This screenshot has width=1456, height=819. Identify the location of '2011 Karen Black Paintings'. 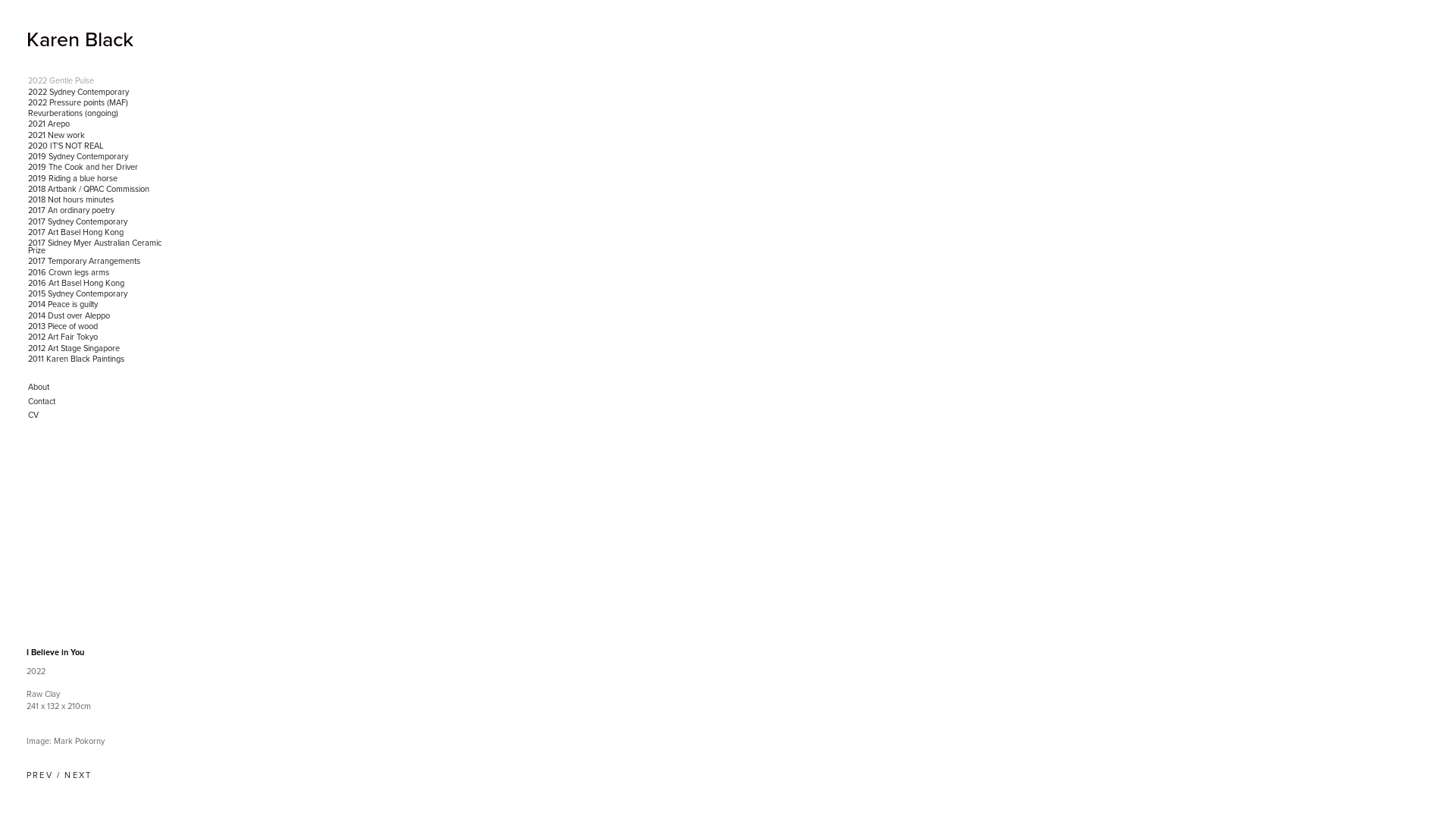
(26, 359).